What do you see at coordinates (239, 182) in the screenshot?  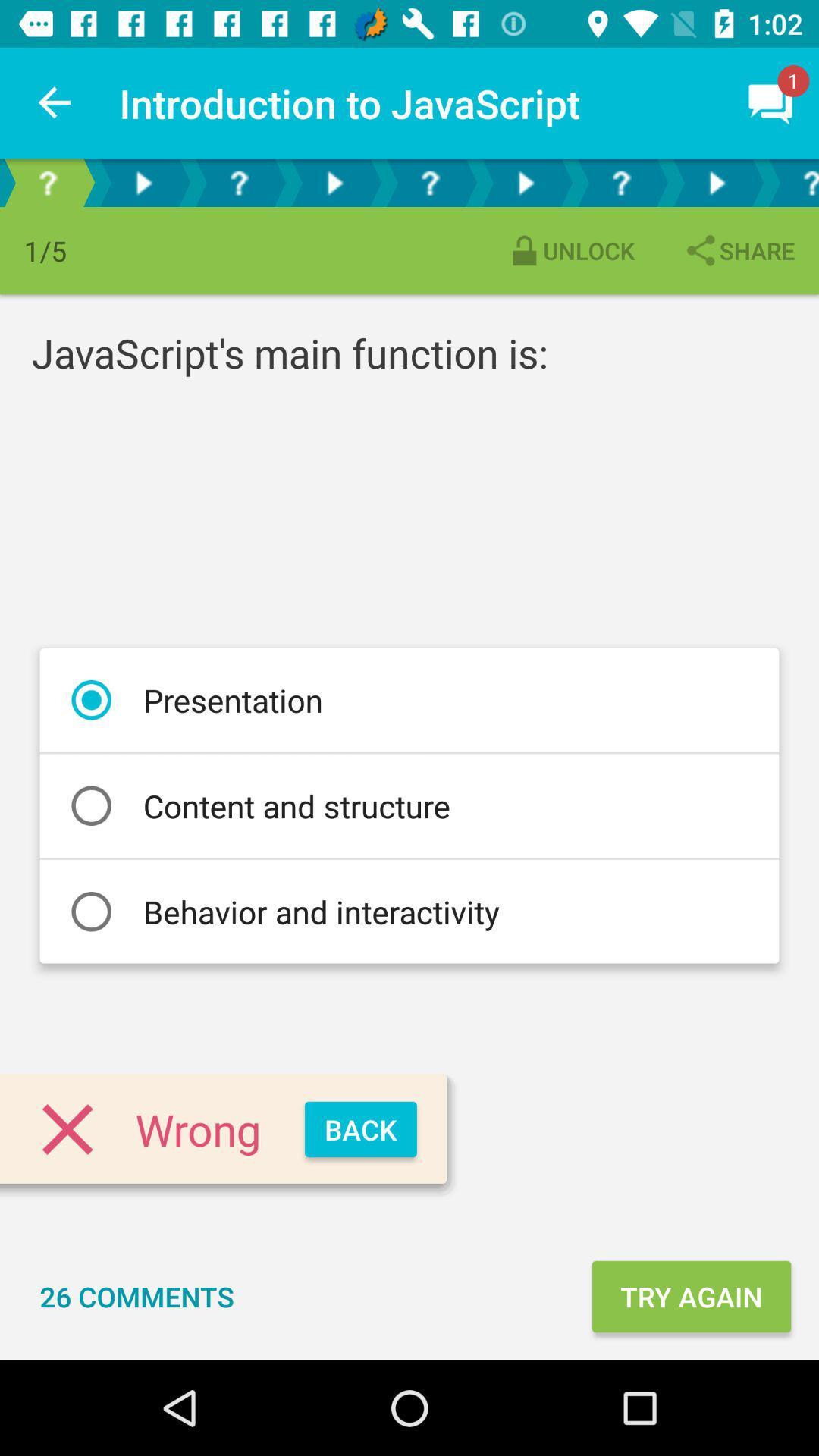 I see `the help icon` at bounding box center [239, 182].